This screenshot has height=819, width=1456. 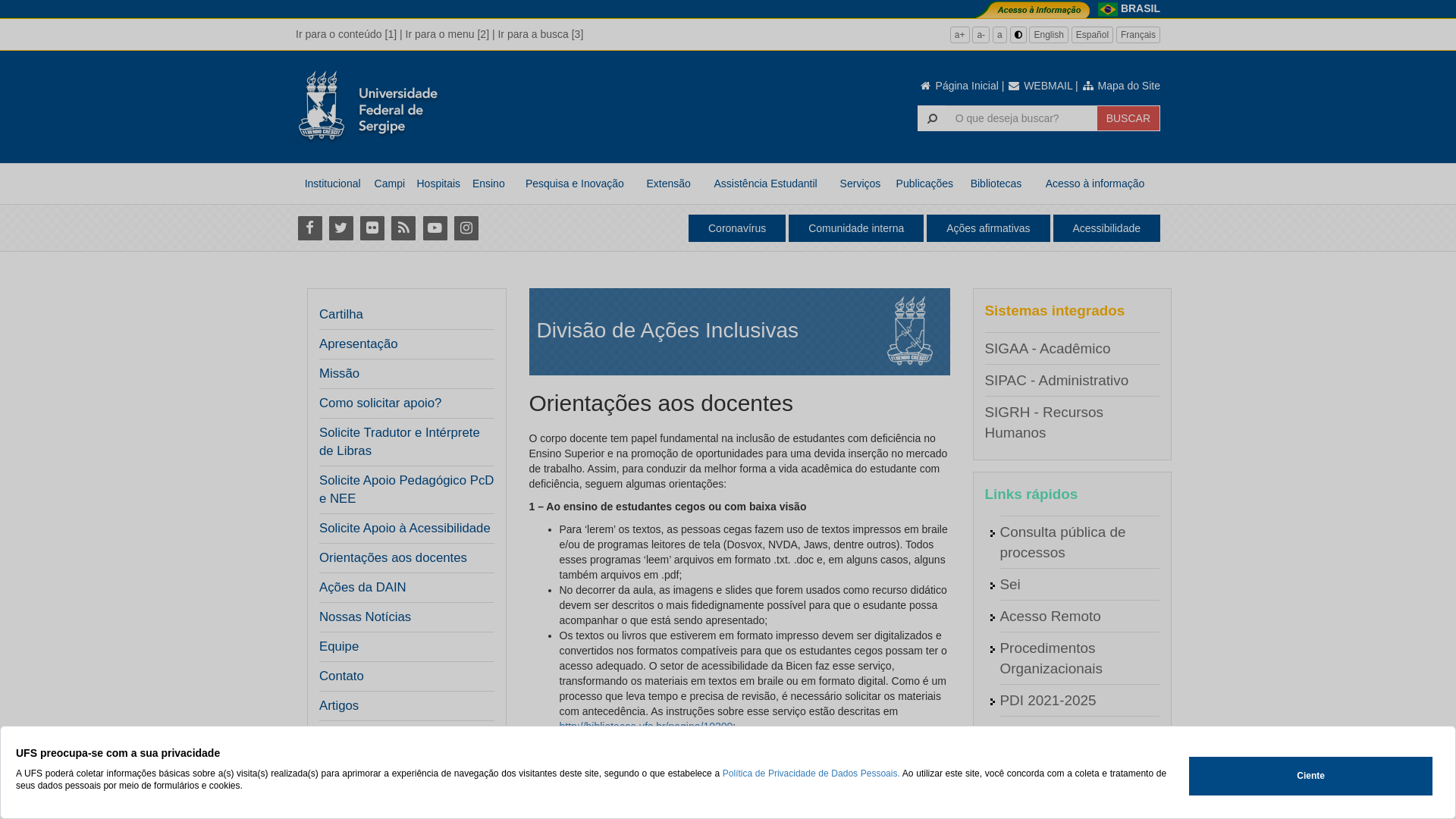 What do you see at coordinates (1043, 422) in the screenshot?
I see `'SIGRH - Recursos Humanos'` at bounding box center [1043, 422].